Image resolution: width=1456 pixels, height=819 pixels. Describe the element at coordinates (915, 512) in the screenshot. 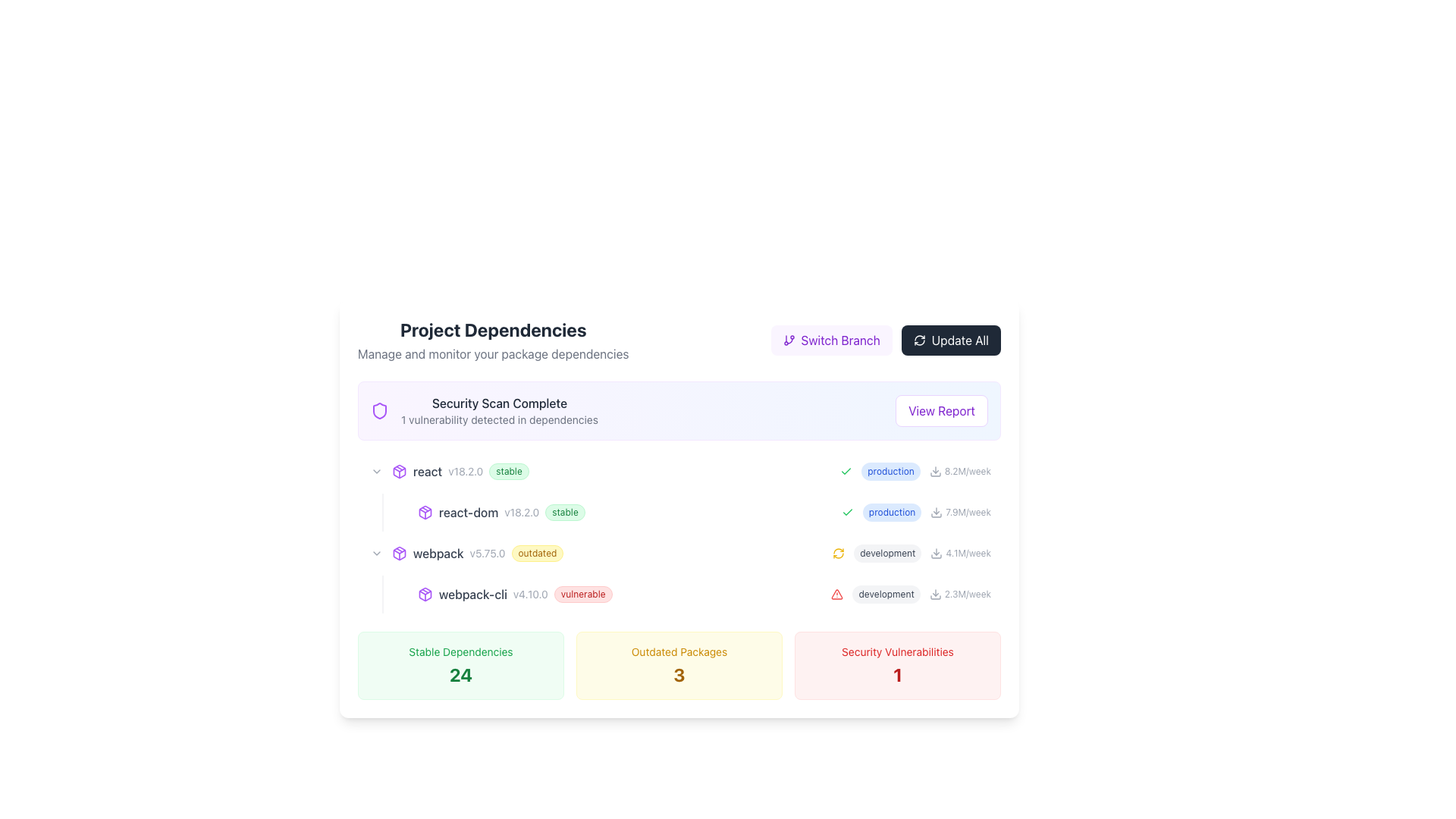

I see `'production' label with the statistics '7.9M/week' located in the bottom-right section of the interface, which is part of the 'Project Dependencies' list` at that location.